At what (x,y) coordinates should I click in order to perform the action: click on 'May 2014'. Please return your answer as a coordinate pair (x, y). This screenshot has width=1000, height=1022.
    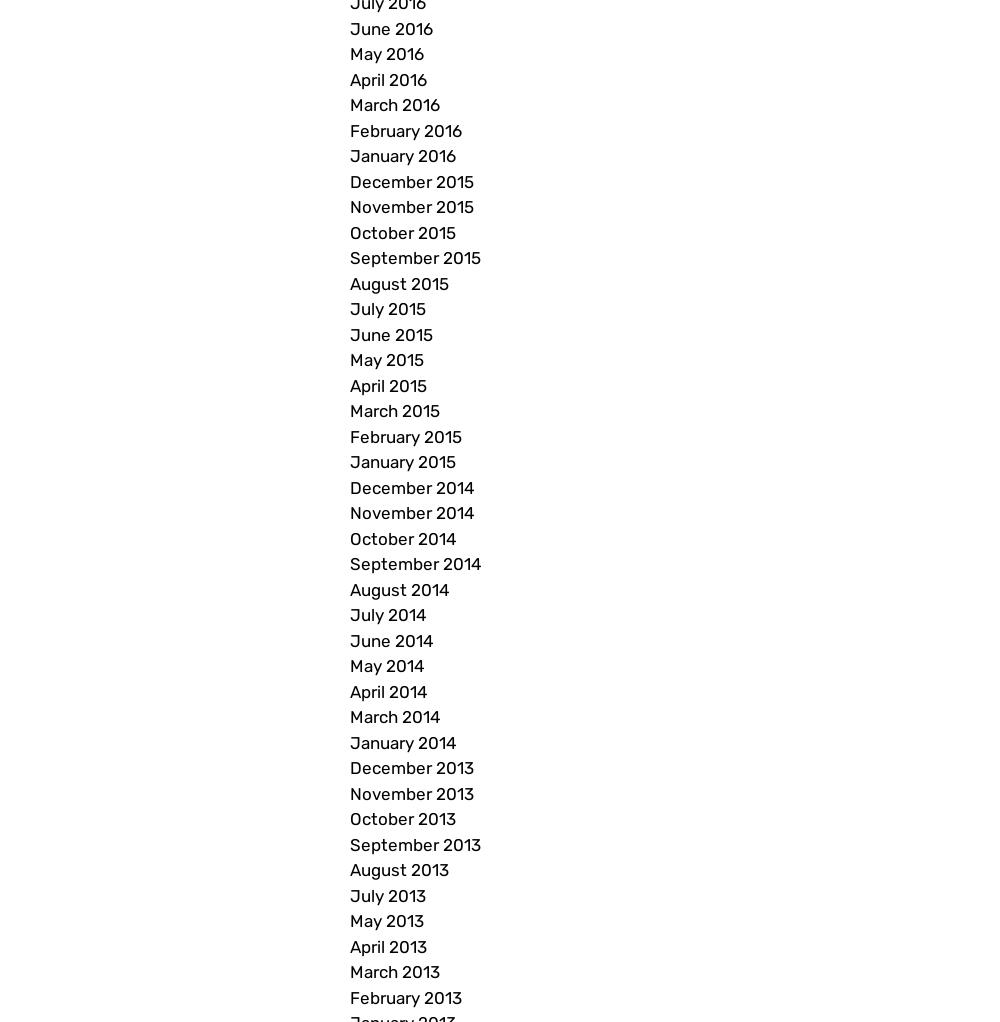
    Looking at the image, I should click on (349, 665).